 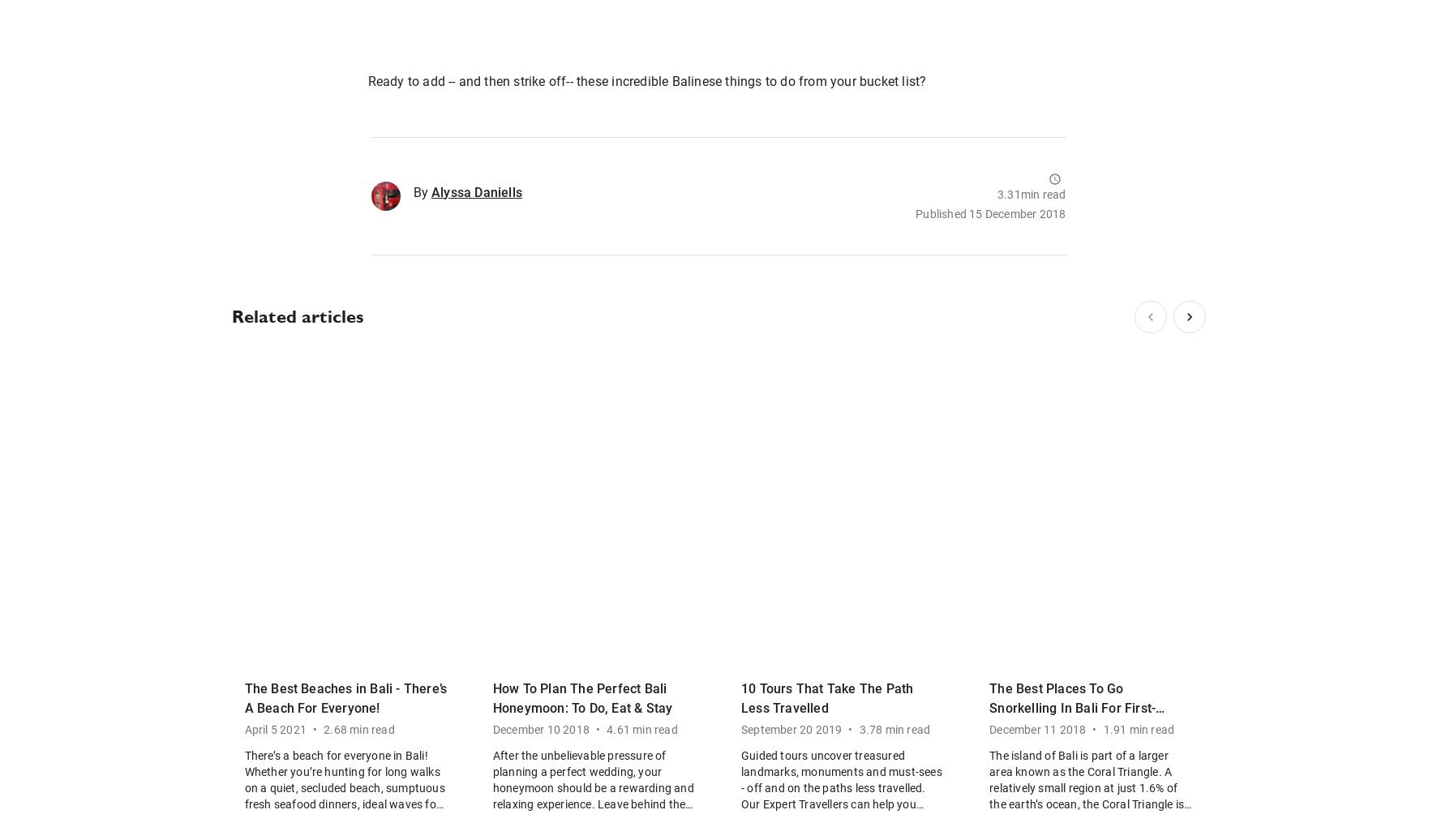 I want to click on 'The Best Places To Go Snorkelling In Bali For First-Timers', so click(x=989, y=707).